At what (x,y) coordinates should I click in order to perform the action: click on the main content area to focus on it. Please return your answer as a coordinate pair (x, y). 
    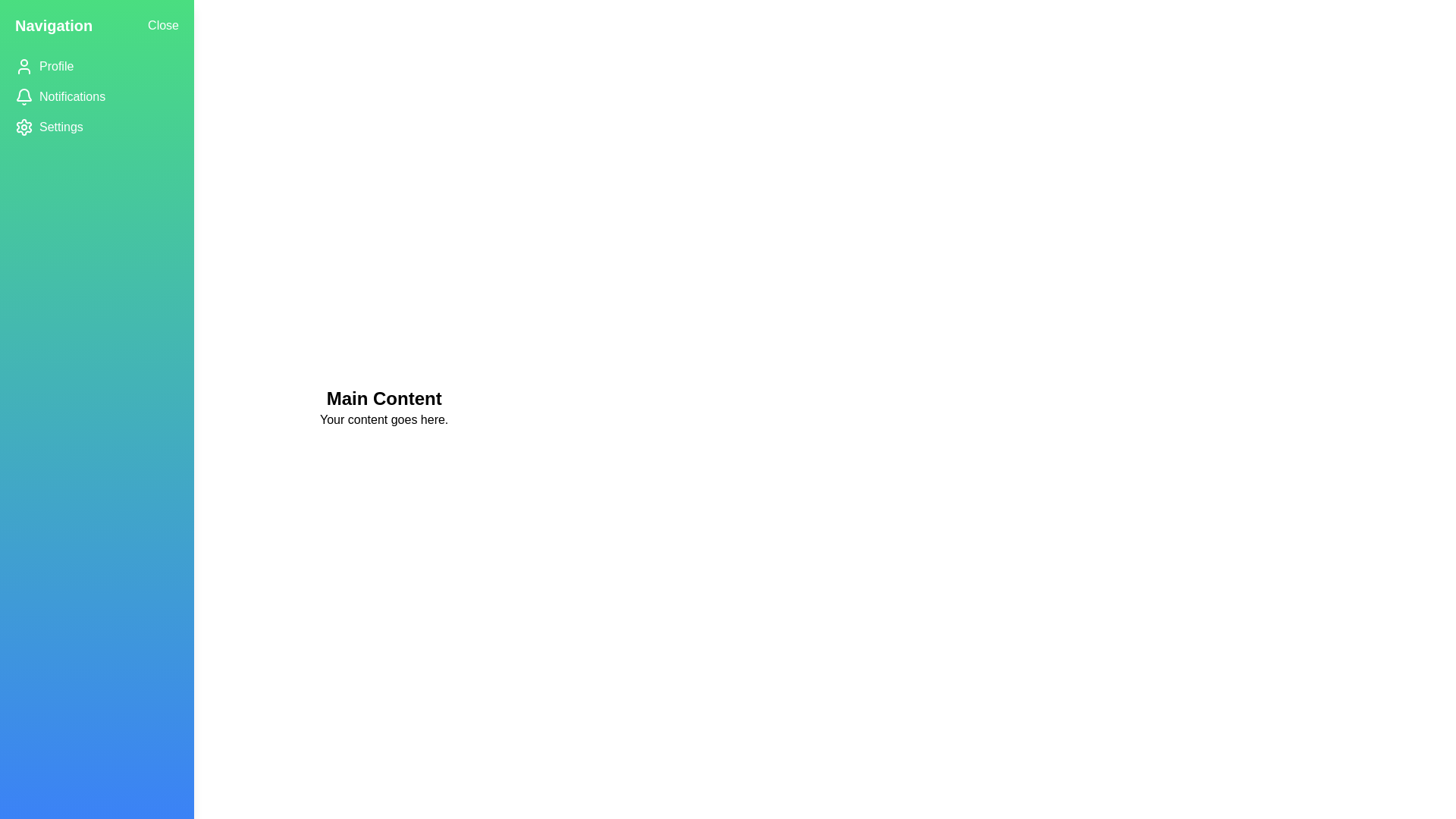
    Looking at the image, I should click on (383, 406).